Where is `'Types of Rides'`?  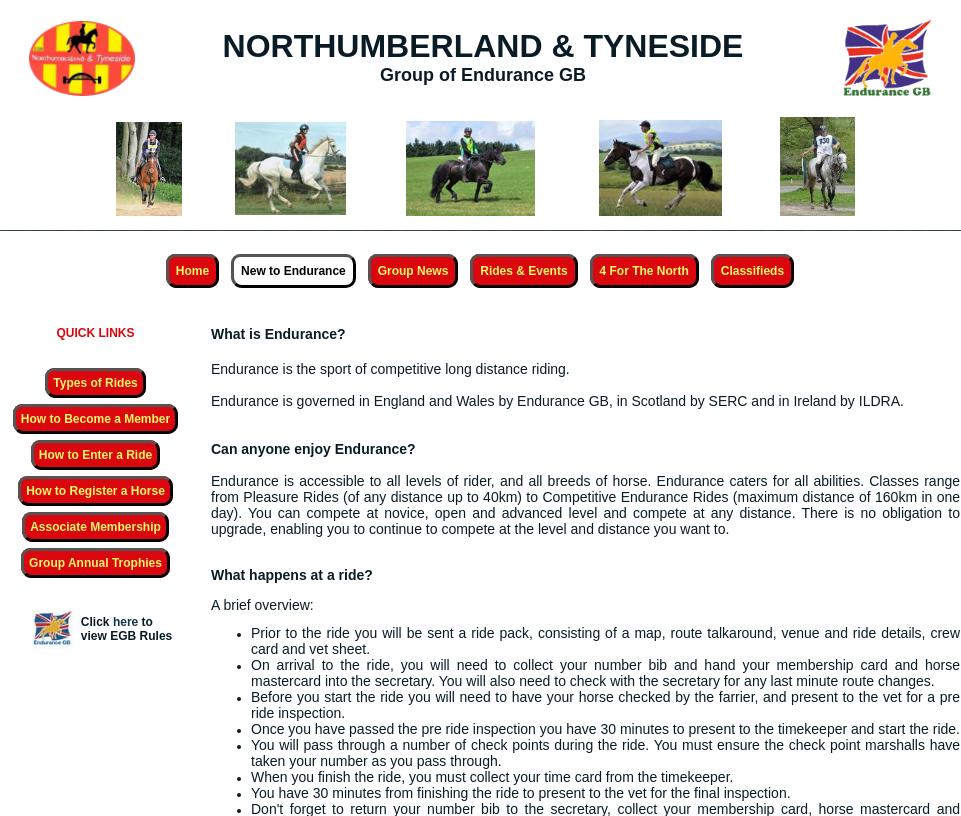 'Types of Rides' is located at coordinates (95, 383).